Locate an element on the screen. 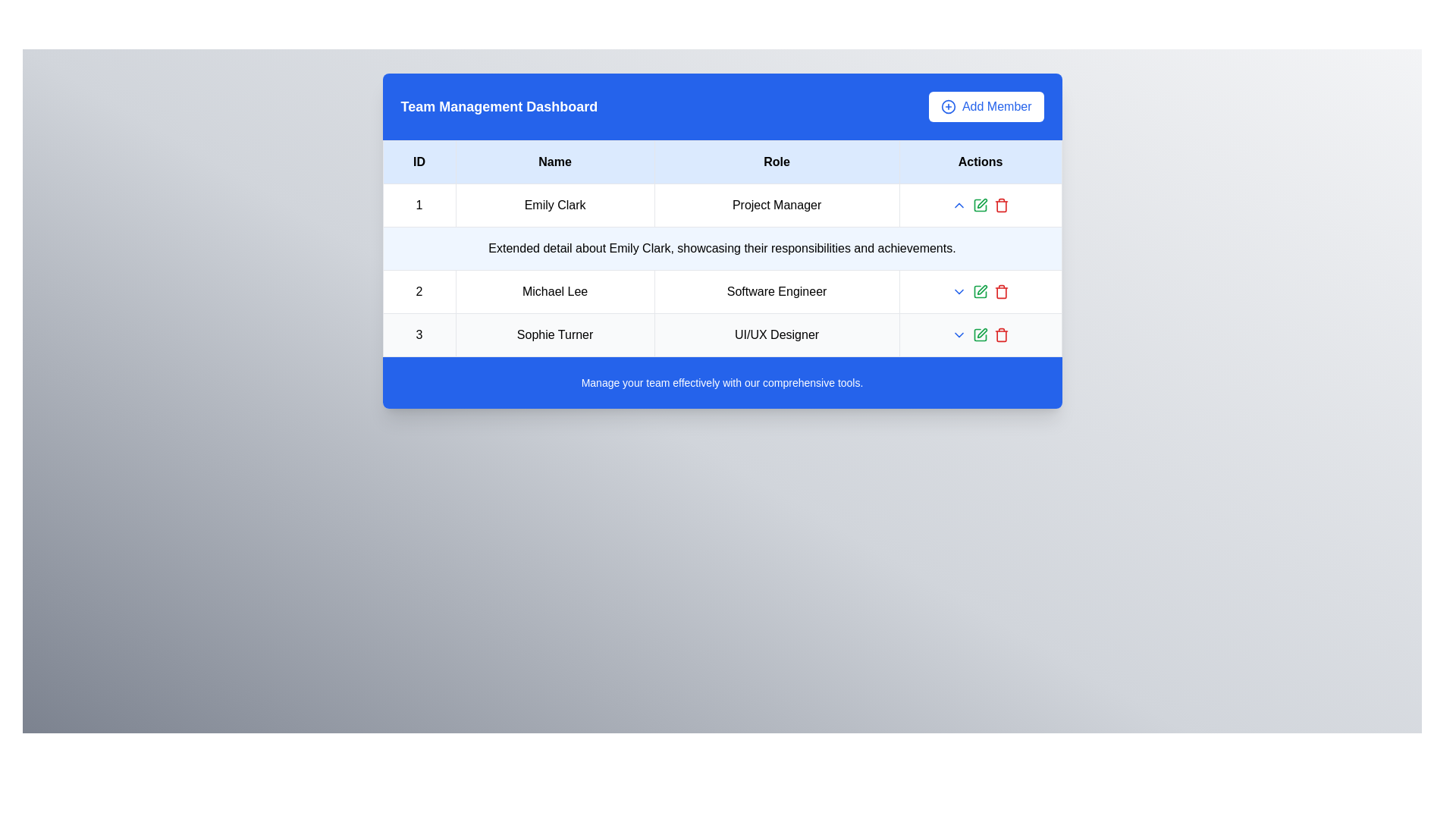  the text label displaying 'Software Engineer', located in the second row and third column under the 'Role' header, aligned with the row for 'Michael Lee' is located at coordinates (777, 292).